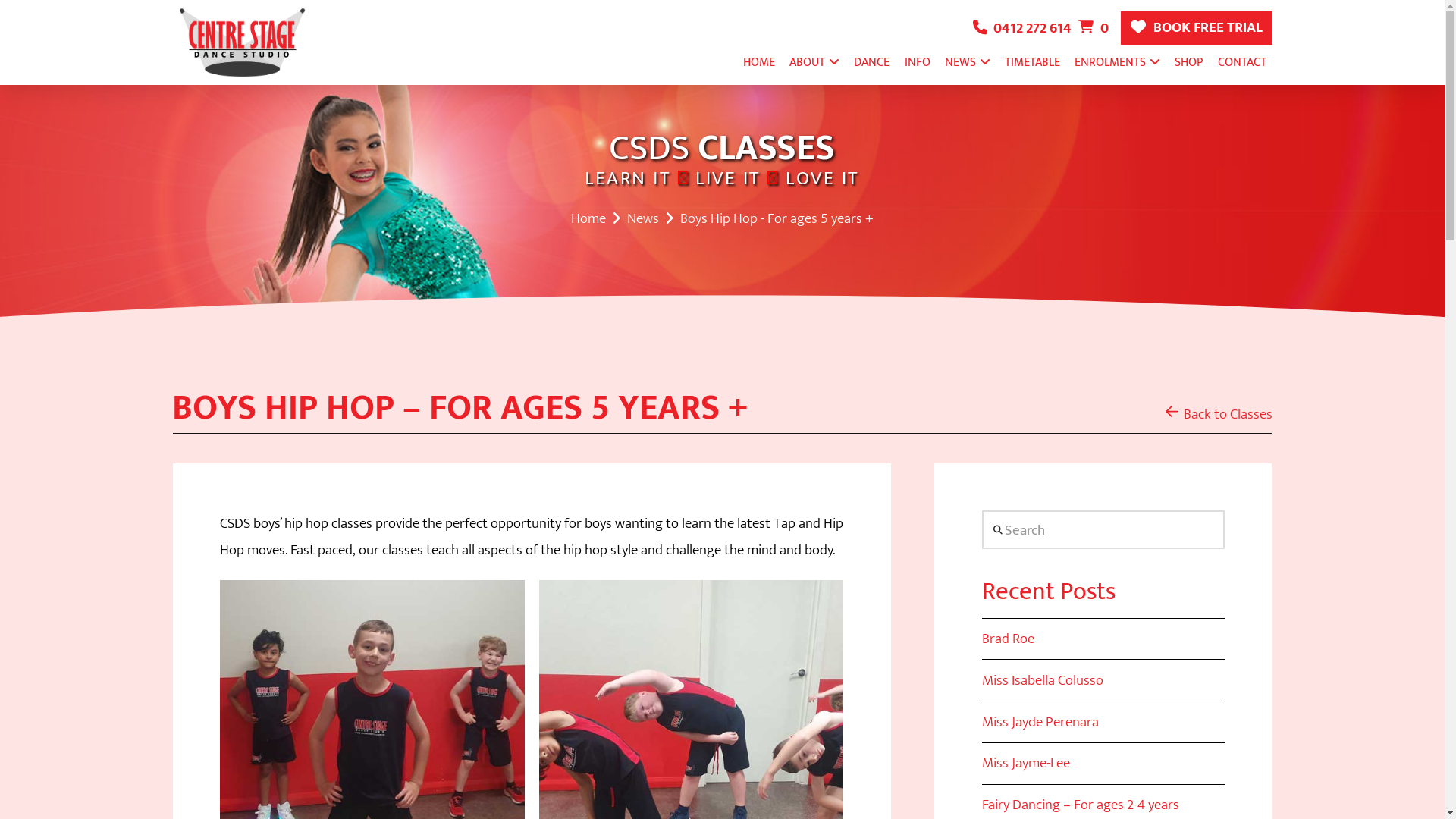  Describe the element at coordinates (847, 61) in the screenshot. I see `'DANCE'` at that location.